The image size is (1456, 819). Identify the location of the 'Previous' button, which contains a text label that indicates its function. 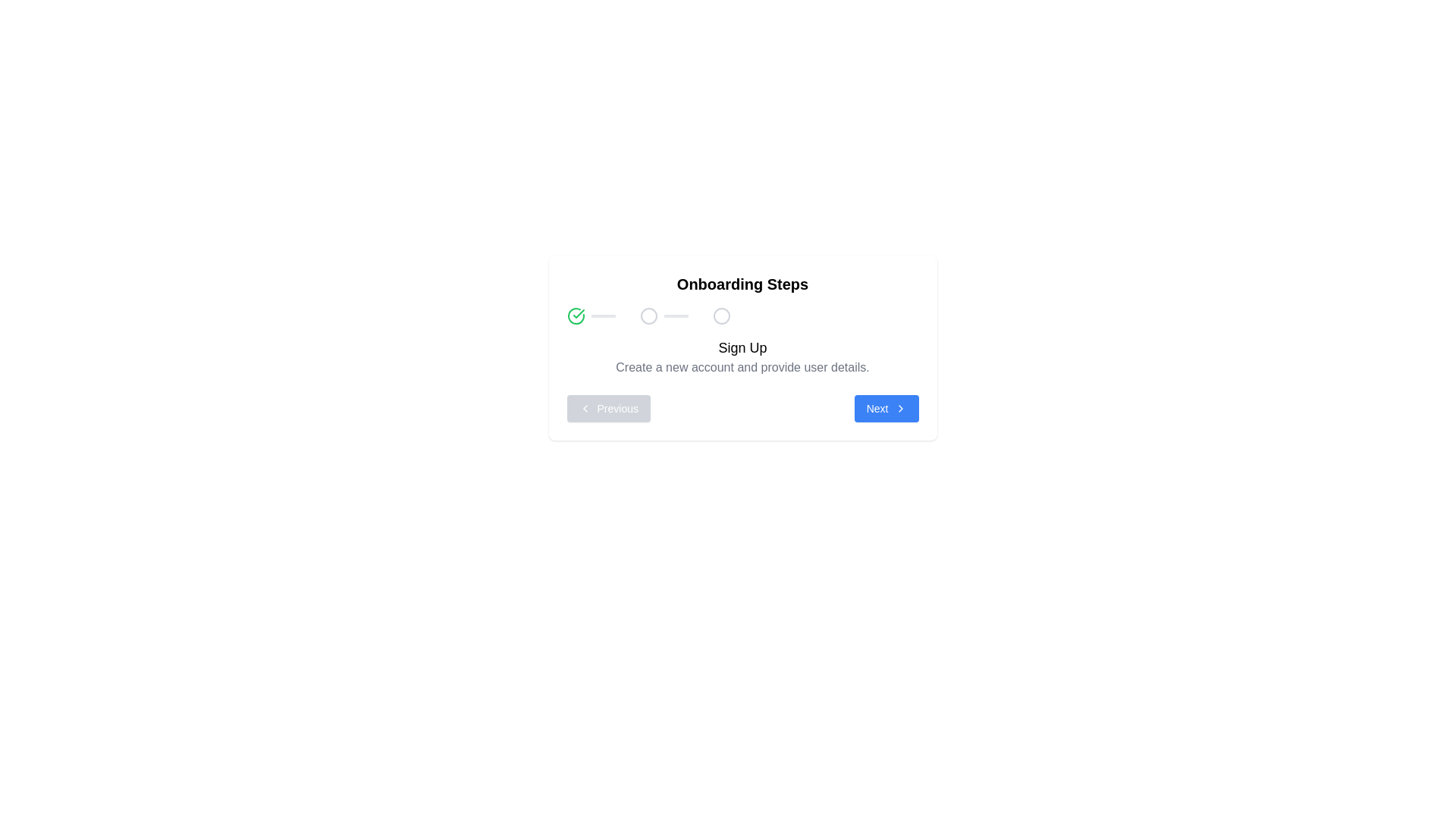
(617, 408).